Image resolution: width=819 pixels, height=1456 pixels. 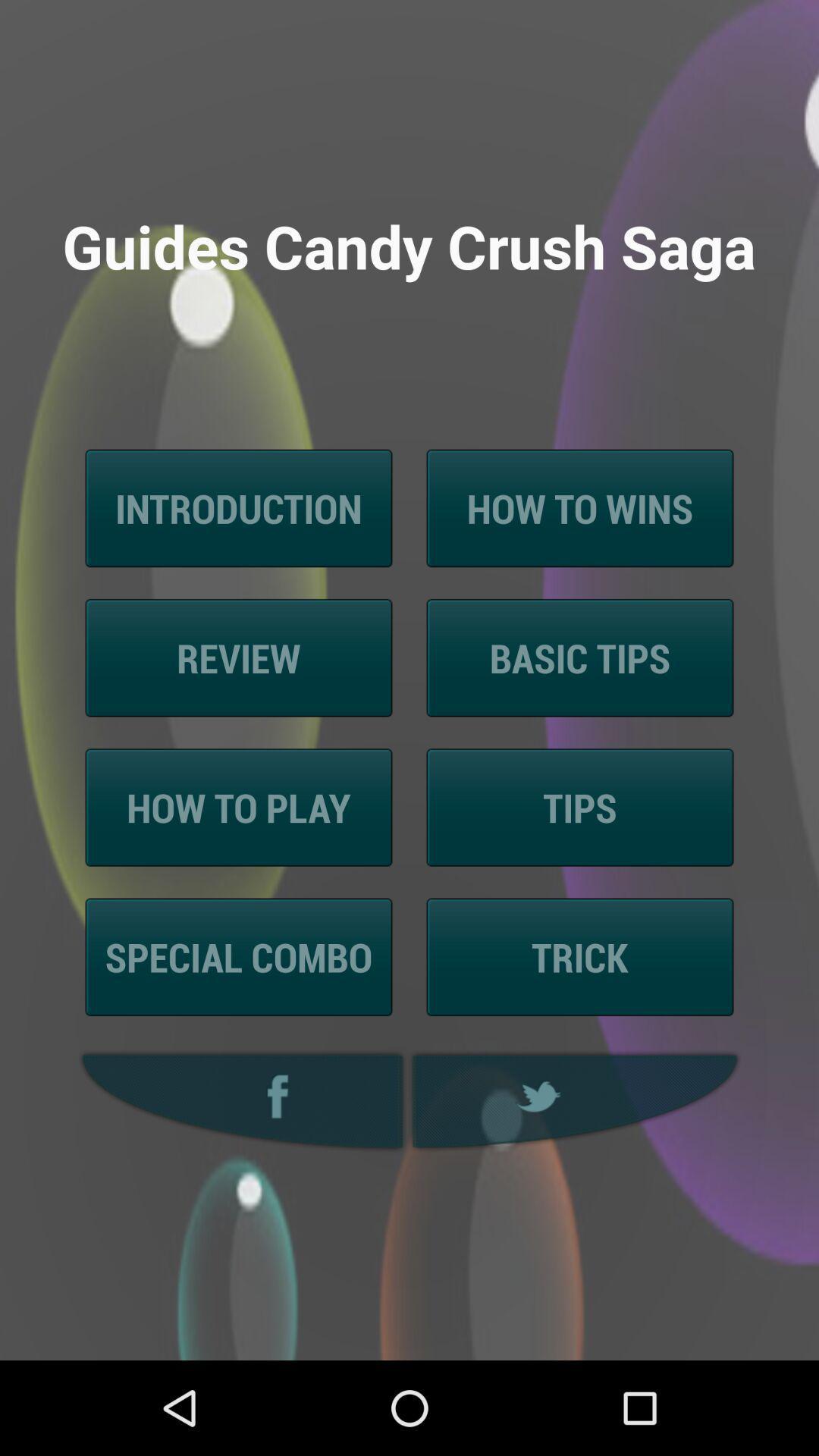 What do you see at coordinates (579, 657) in the screenshot?
I see `the item above tips icon` at bounding box center [579, 657].